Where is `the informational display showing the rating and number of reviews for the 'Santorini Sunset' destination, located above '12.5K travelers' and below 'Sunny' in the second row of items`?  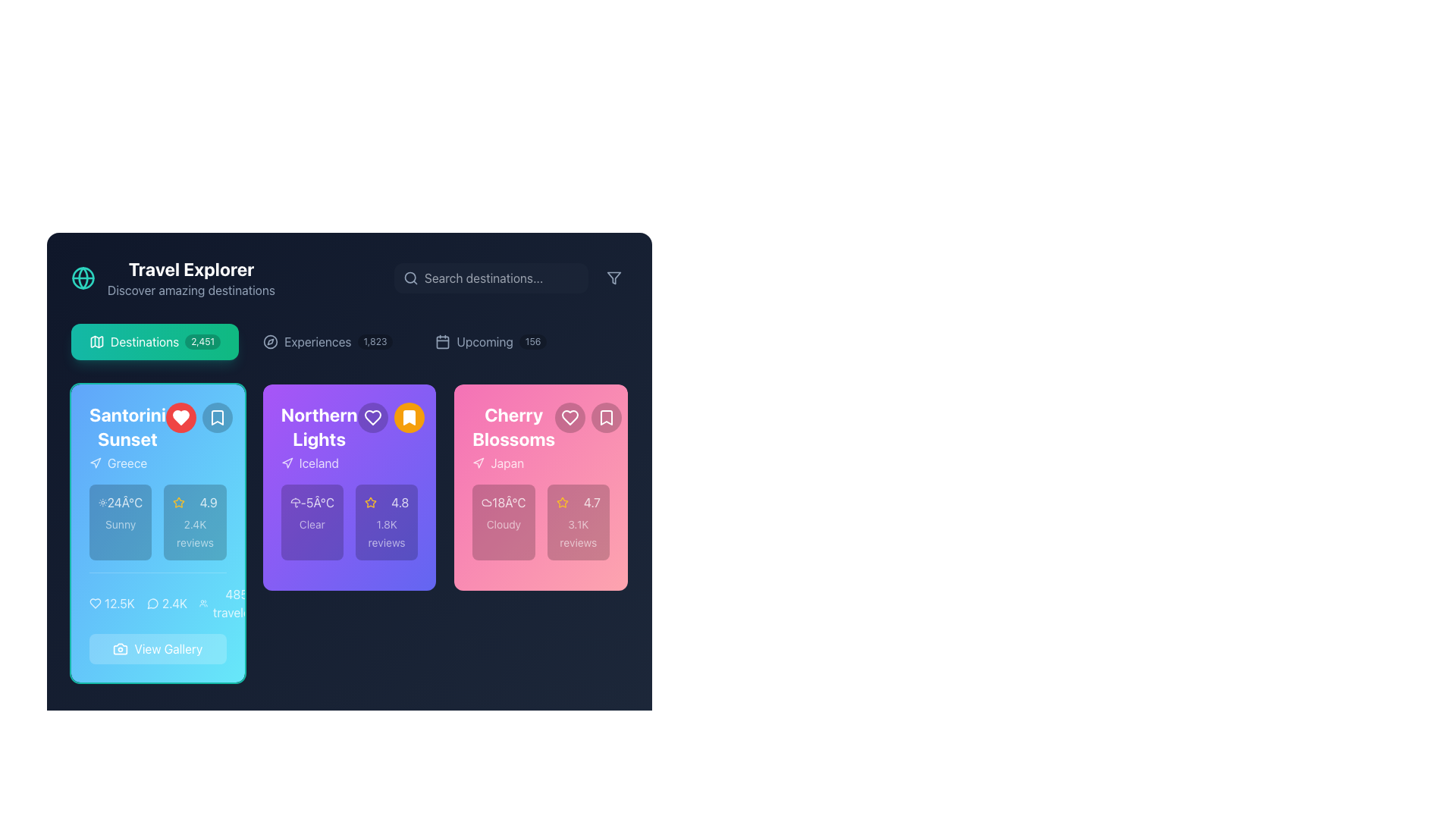 the informational display showing the rating and number of reviews for the 'Santorini Sunset' destination, located above '12.5K travelers' and below 'Sunny' in the second row of items is located at coordinates (194, 522).